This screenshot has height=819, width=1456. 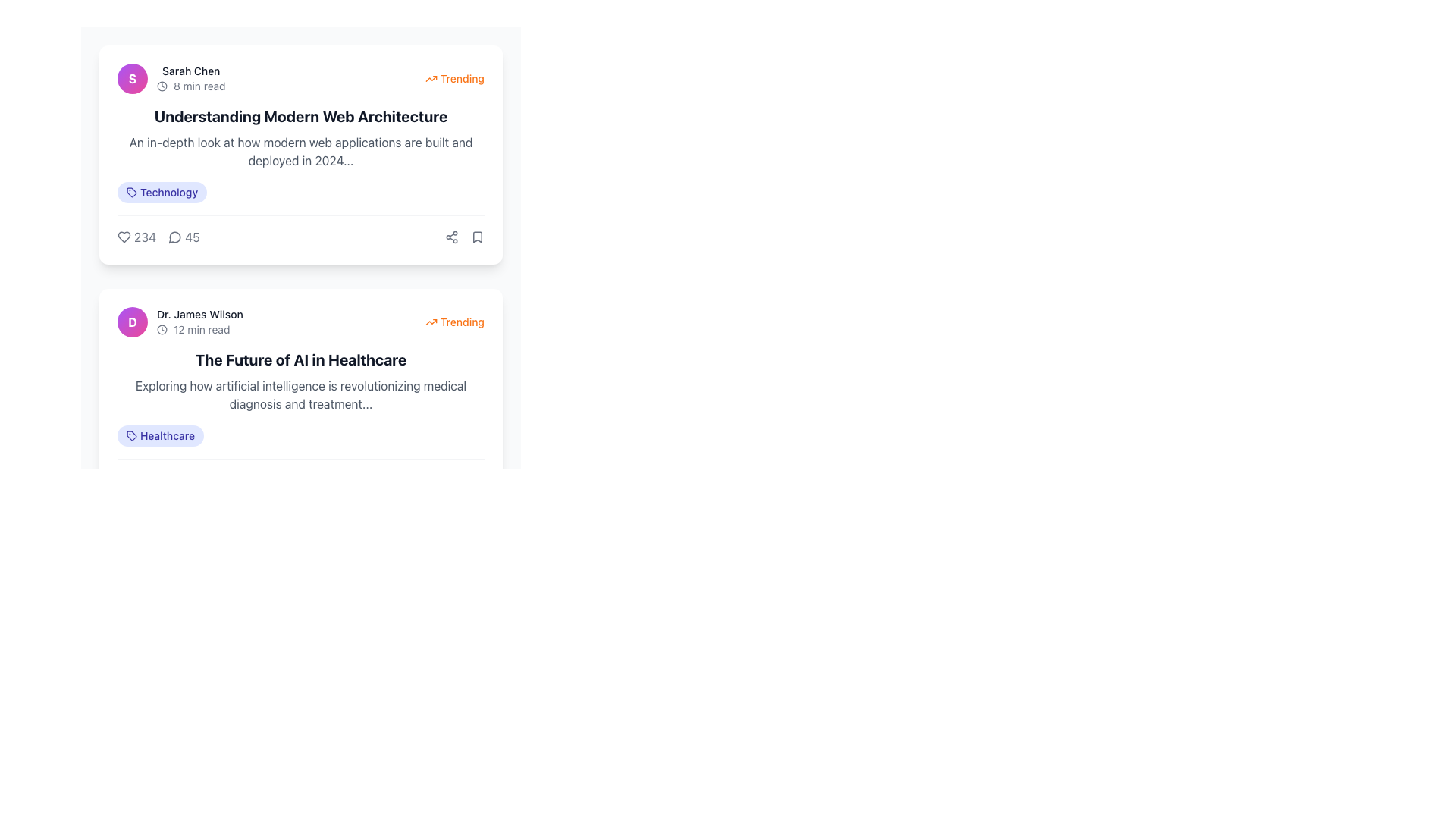 I want to click on author information segment located in the second card below 'Understanding Modern Web Architecture', which displays 'Dr. James Wilson' and '12 min read', so click(x=180, y=321).